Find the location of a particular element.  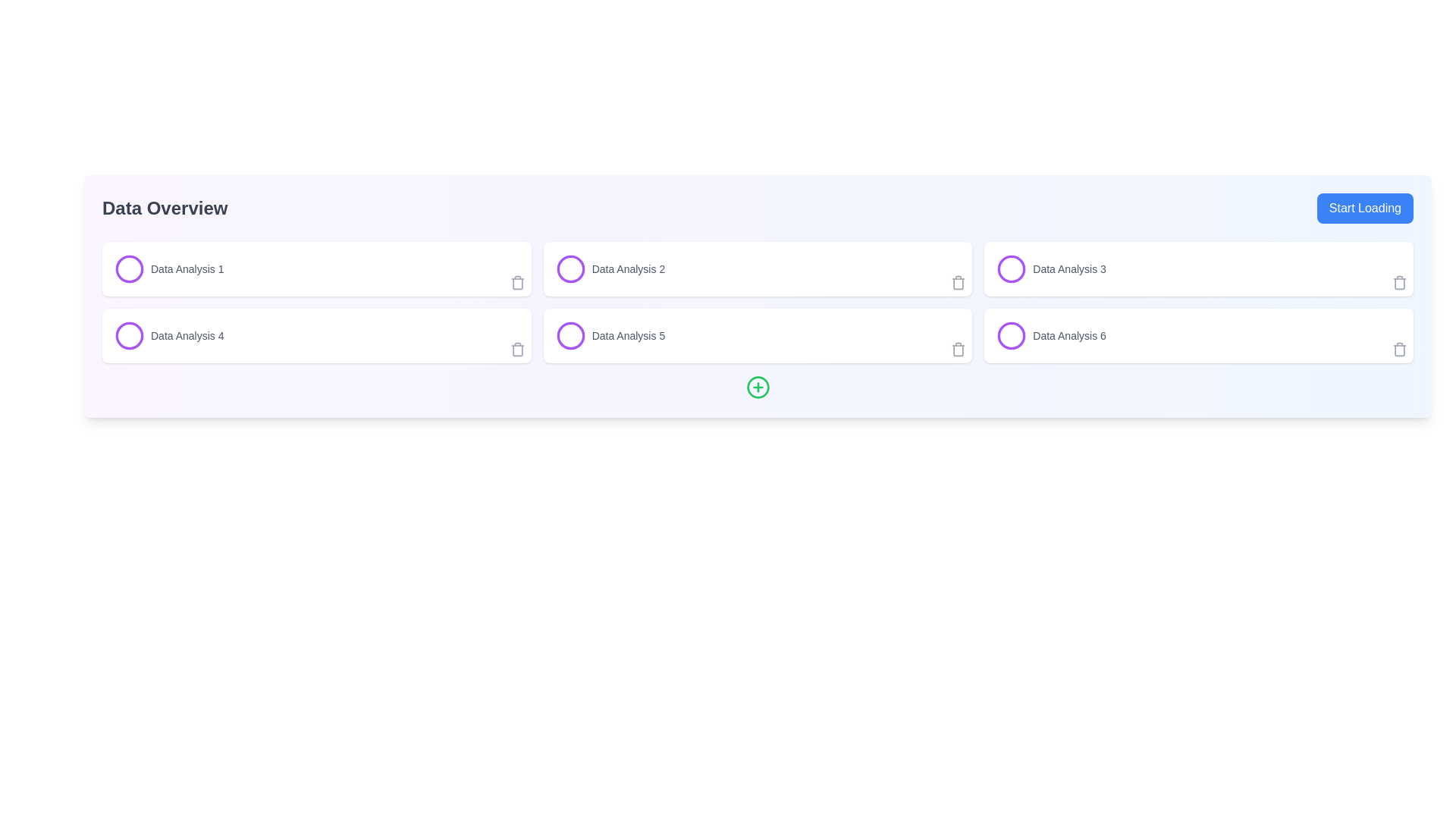

the 'Data Analysis 6' card in the bottom-right corner of the 'Data Overview' grid is located at coordinates (1198, 335).